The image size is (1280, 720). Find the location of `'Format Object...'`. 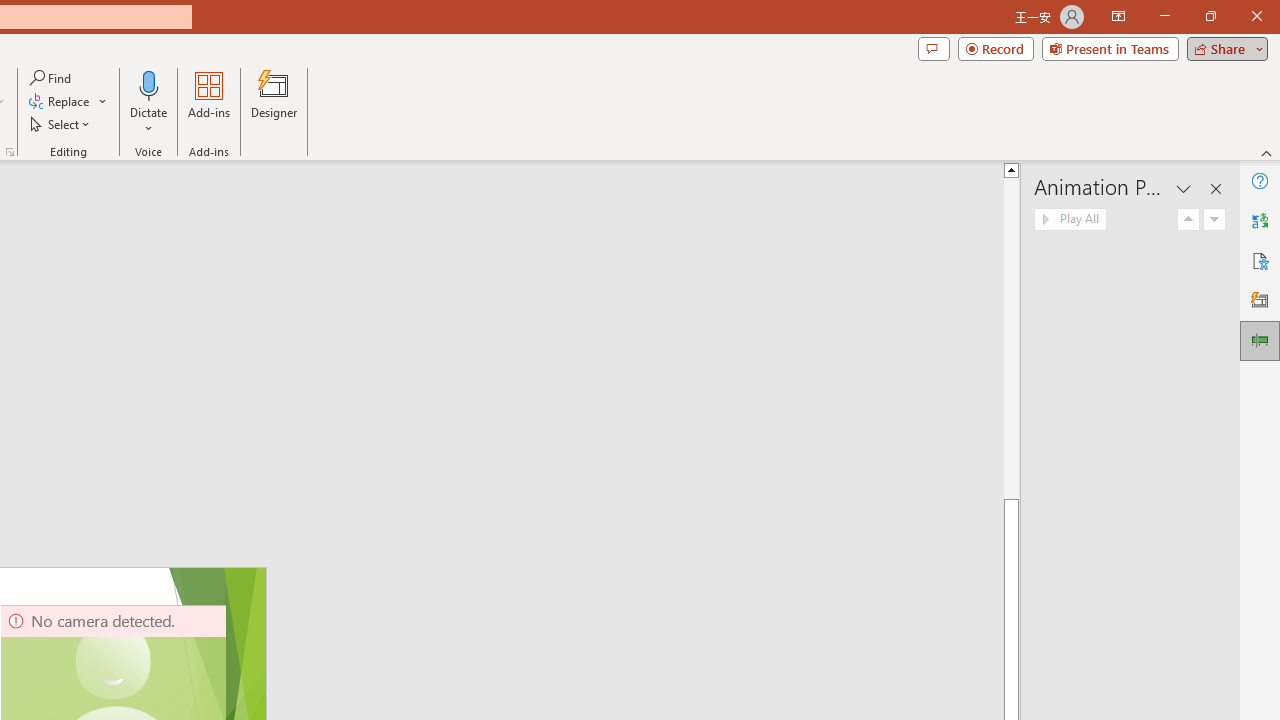

'Format Object...' is located at coordinates (10, 150).